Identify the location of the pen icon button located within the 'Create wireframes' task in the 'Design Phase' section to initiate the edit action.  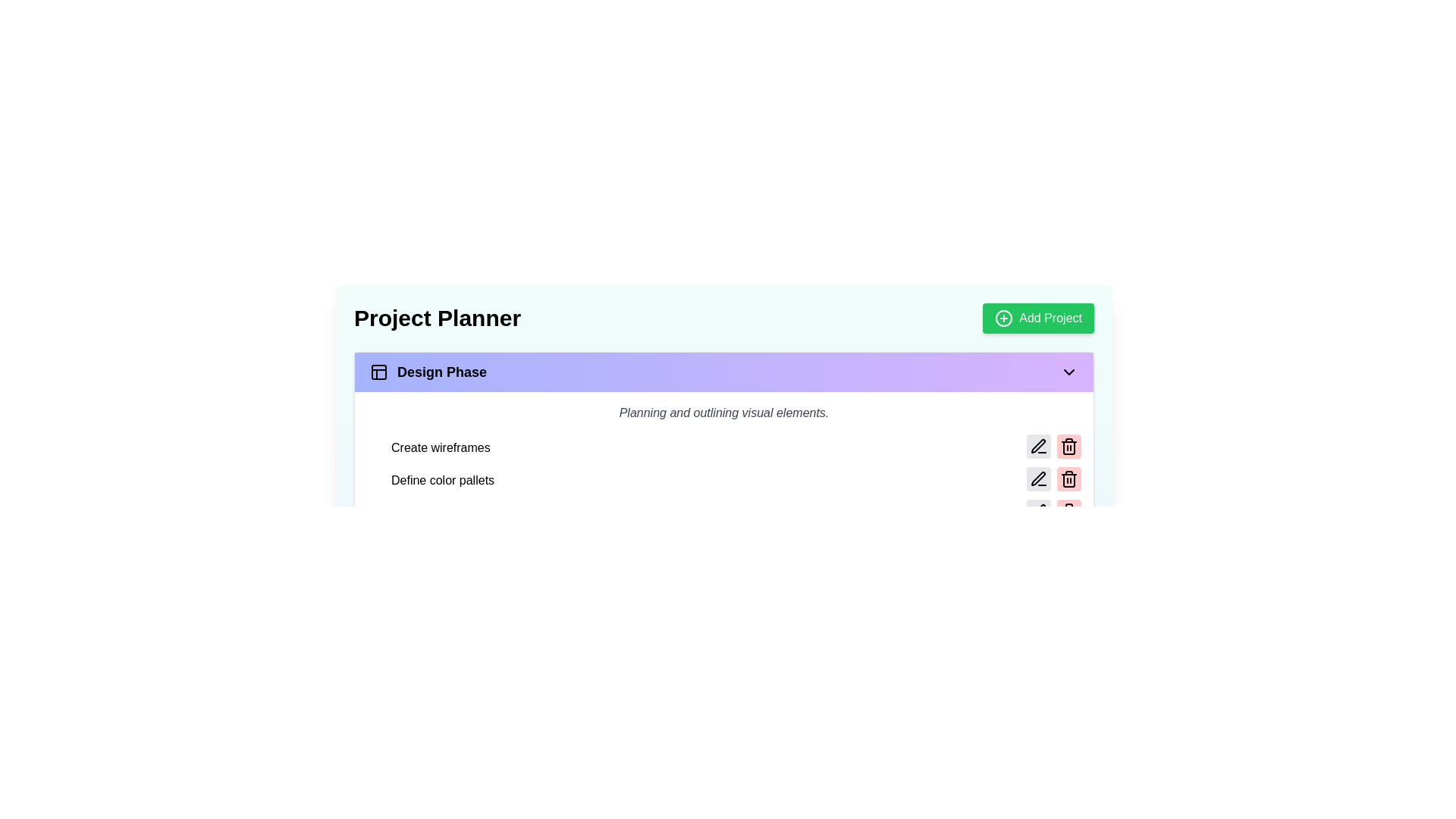
(1037, 446).